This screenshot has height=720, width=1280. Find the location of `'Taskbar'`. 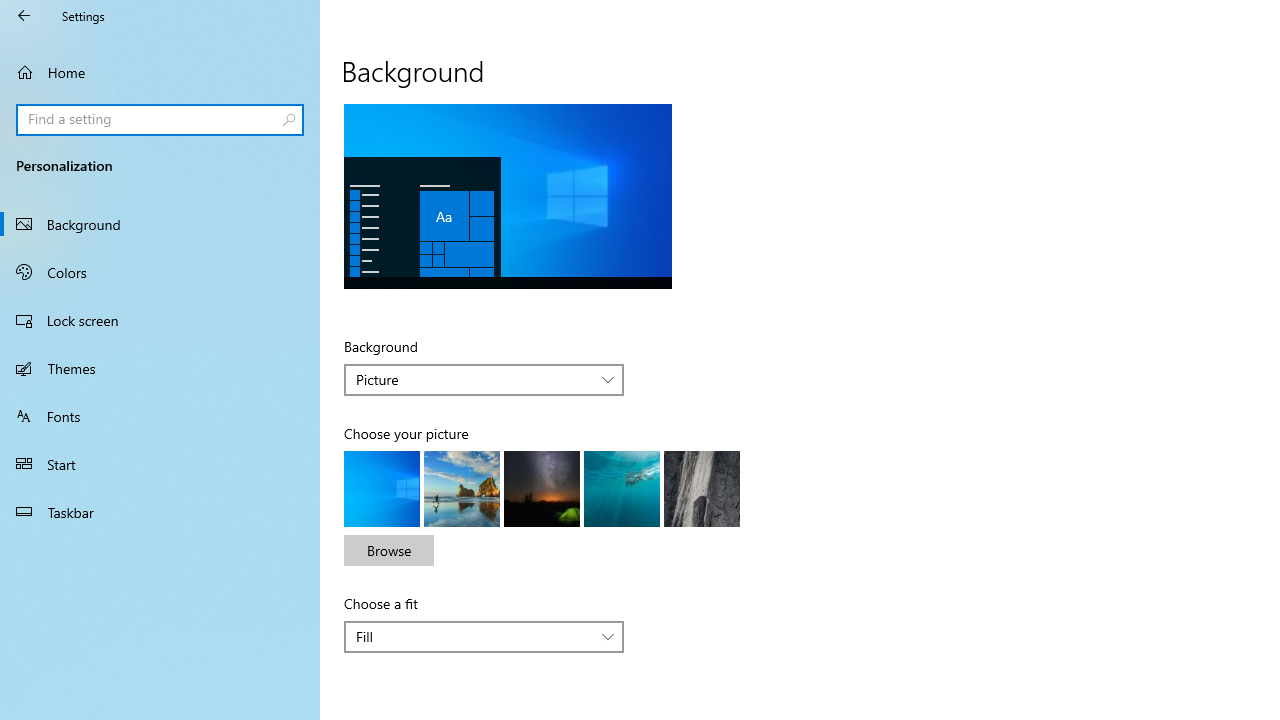

'Taskbar' is located at coordinates (160, 510).